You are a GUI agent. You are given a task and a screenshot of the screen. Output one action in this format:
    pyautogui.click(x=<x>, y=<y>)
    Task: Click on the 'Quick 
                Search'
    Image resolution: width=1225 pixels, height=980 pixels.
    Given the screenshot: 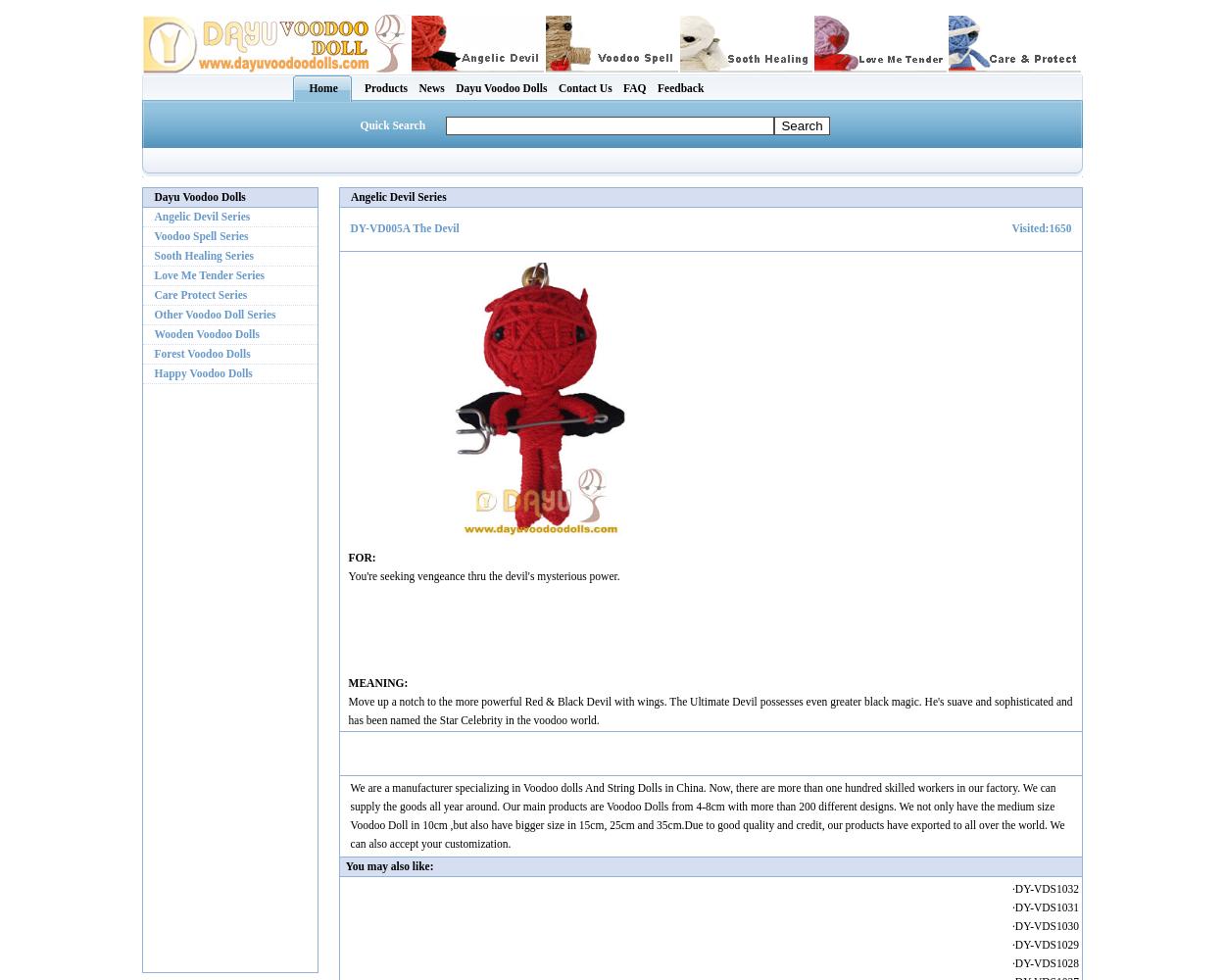 What is the action you would take?
    pyautogui.click(x=392, y=124)
    